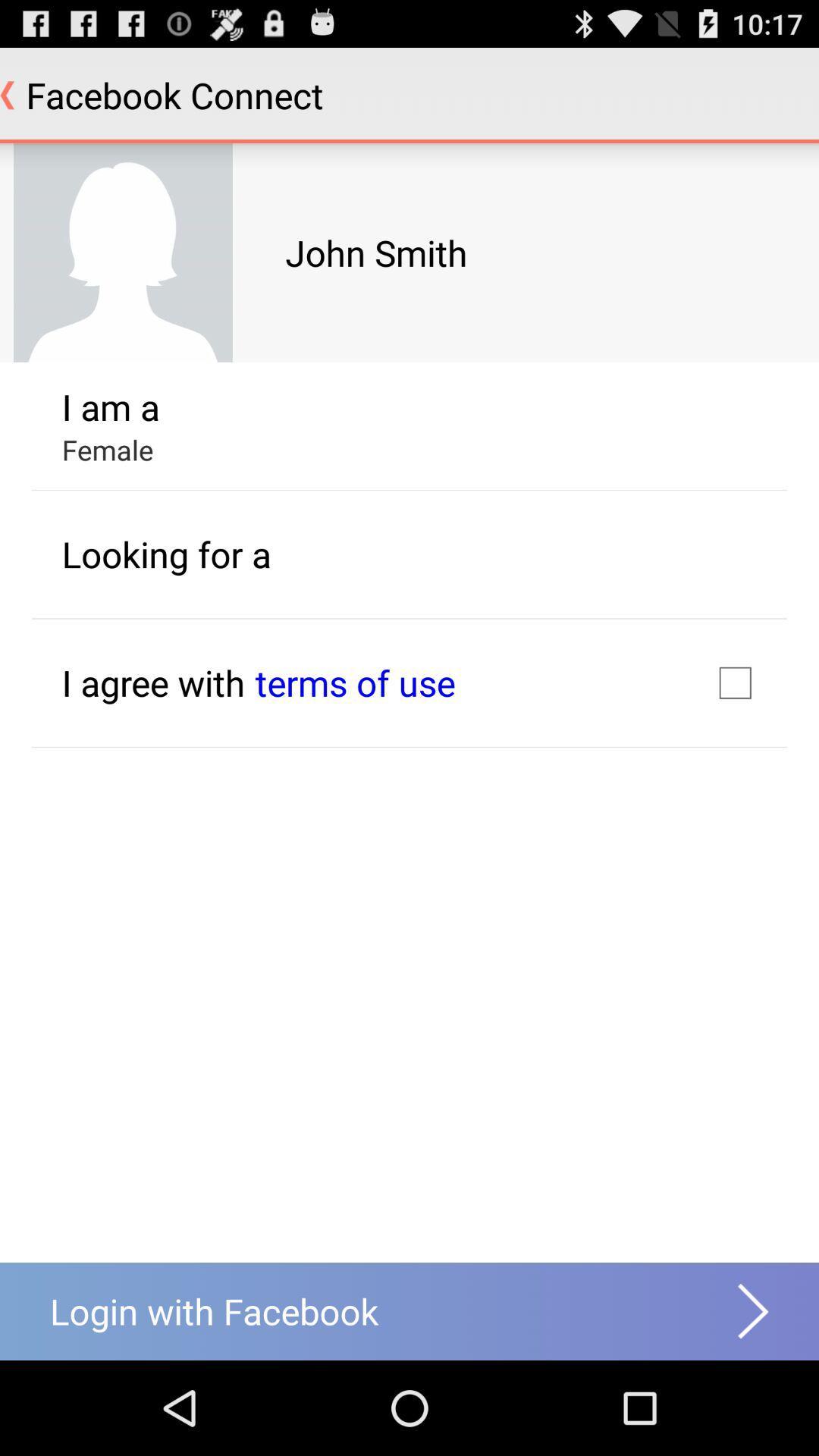 The height and width of the screenshot is (1456, 819). What do you see at coordinates (153, 682) in the screenshot?
I see `app next to the terms of use item` at bounding box center [153, 682].